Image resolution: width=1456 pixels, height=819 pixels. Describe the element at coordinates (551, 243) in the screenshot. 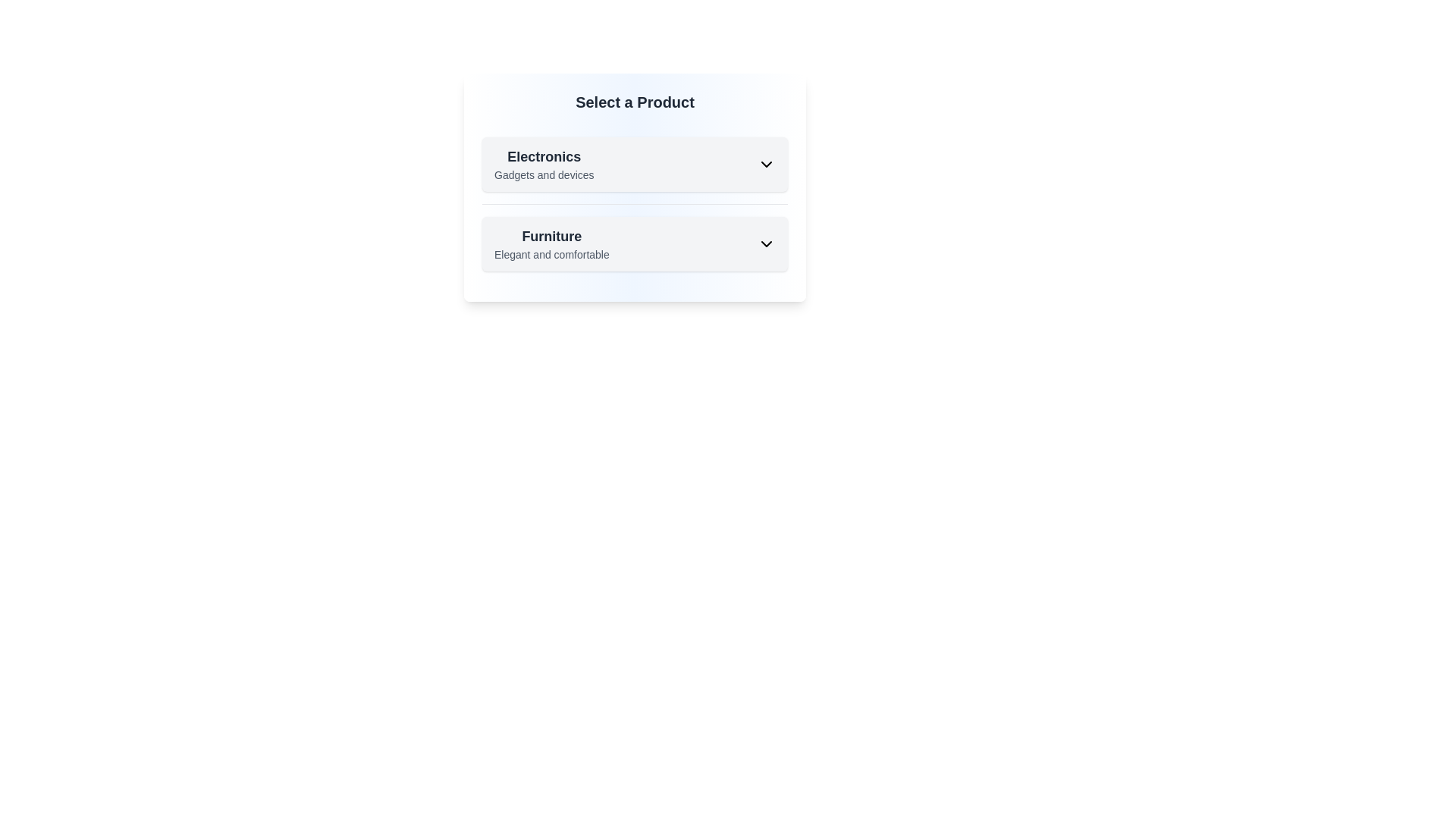

I see `the List item displaying 'Furniture' with bold text on the first line and smaller gray text 'Elegant and comfortable' on the second line, located in the second card below the 'Electronics' card` at that location.